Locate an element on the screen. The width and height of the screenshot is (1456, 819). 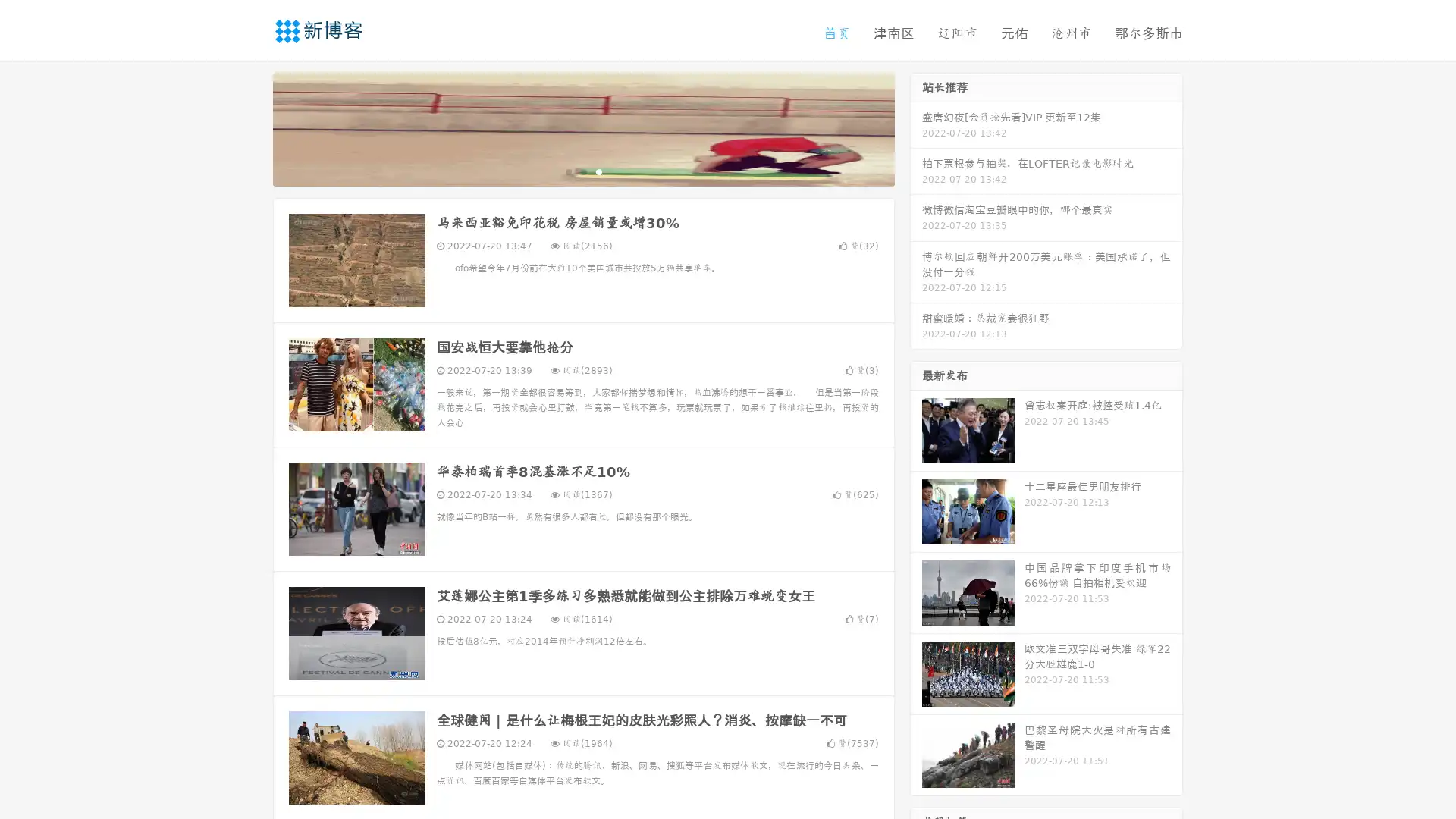
Go to slide 1 is located at coordinates (567, 171).